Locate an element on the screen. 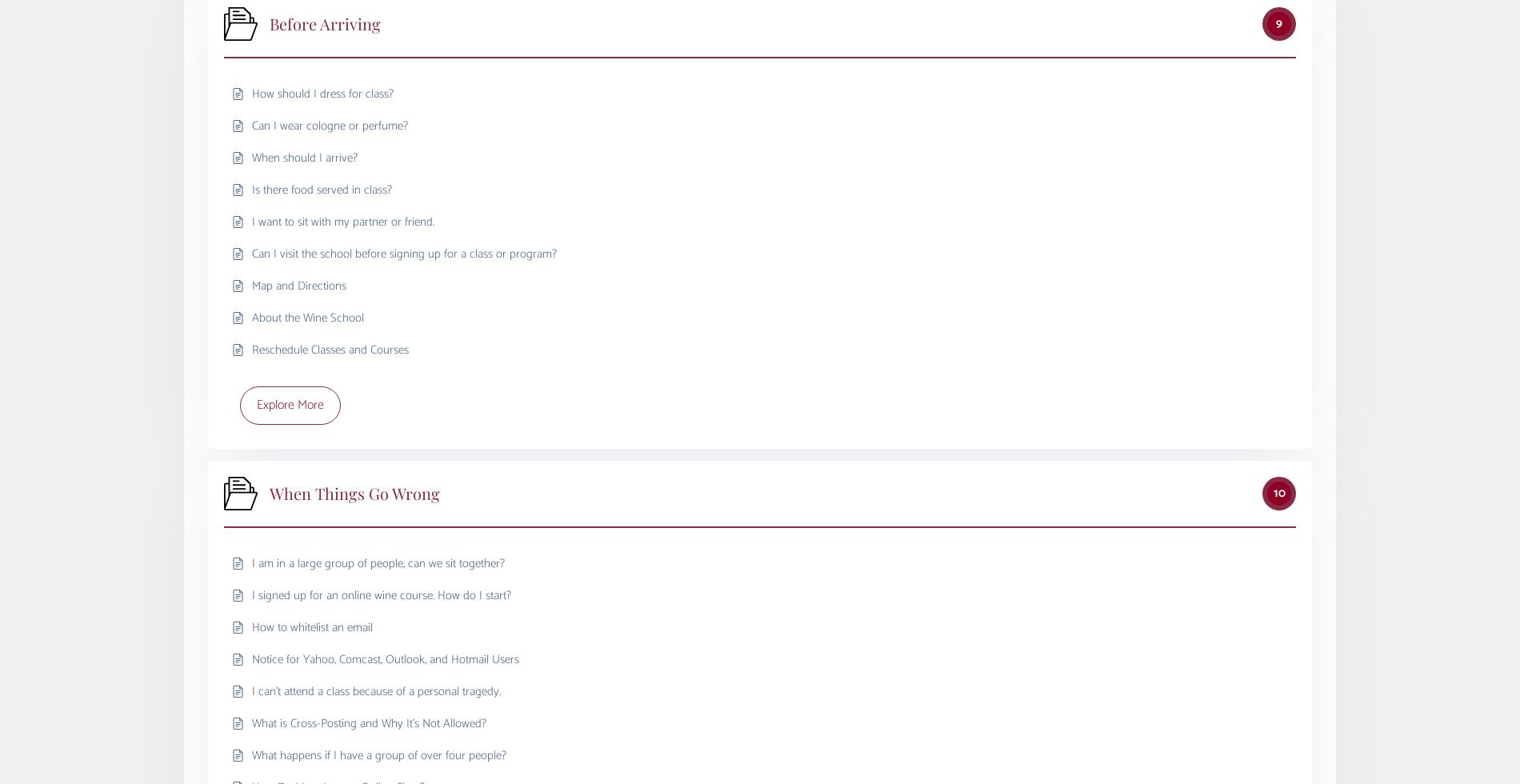  'When should I arrive?' is located at coordinates (303, 157).